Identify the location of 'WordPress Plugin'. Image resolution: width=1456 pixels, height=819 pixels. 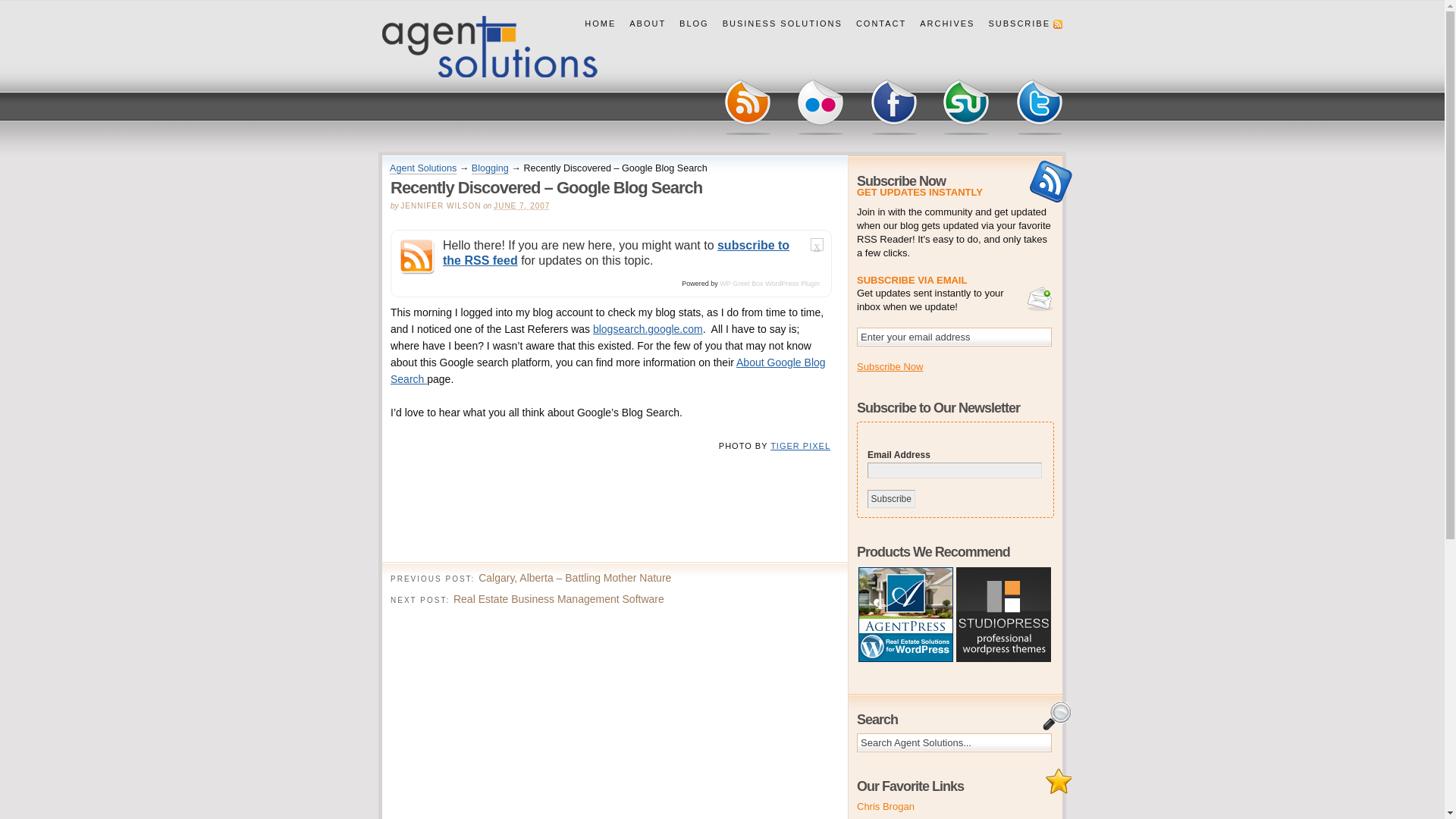
(792, 284).